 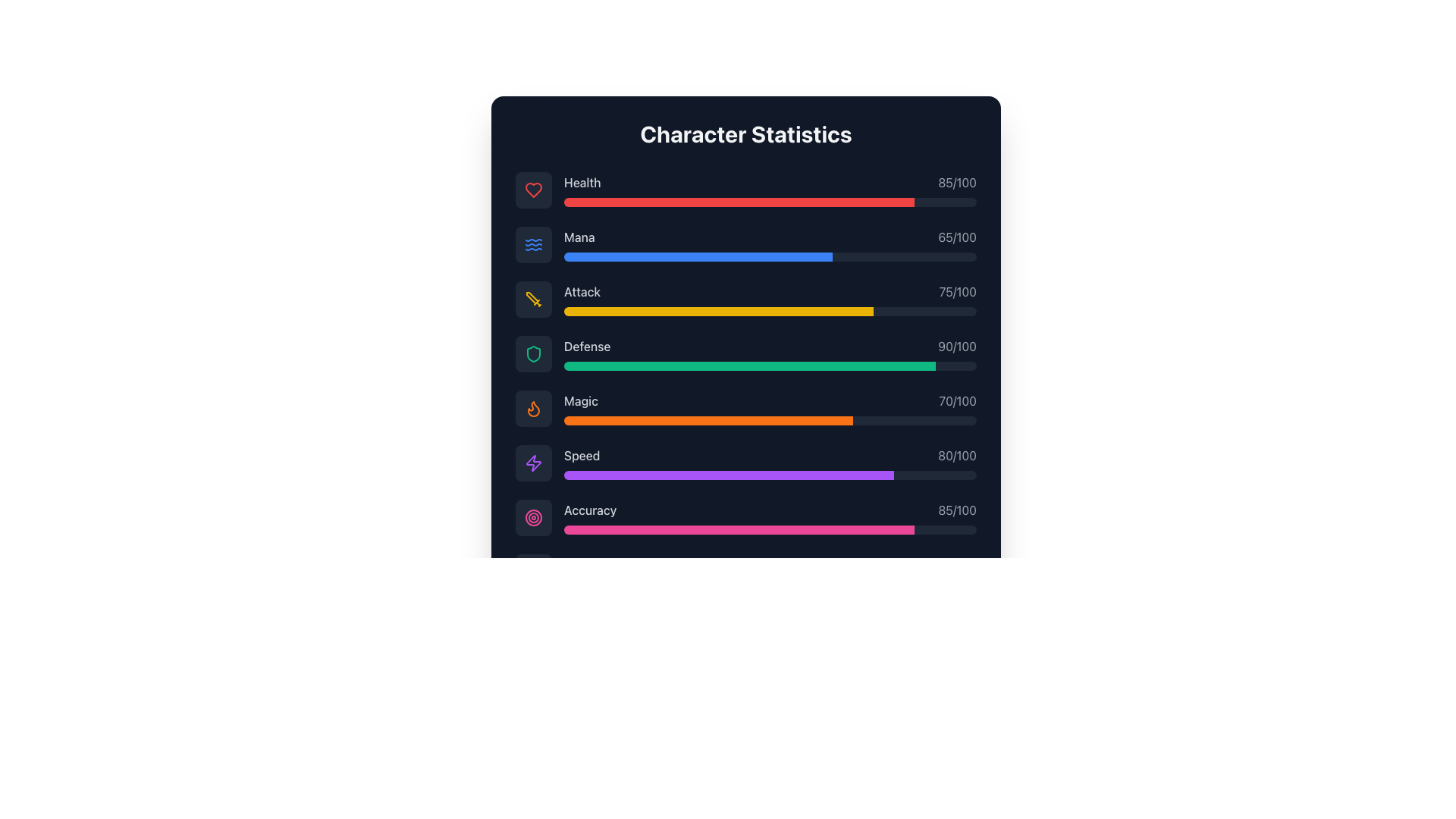 I want to click on text of the 'Mana' label located immediately to the right of the wave symbol icon in the character statistics list, so click(x=579, y=237).